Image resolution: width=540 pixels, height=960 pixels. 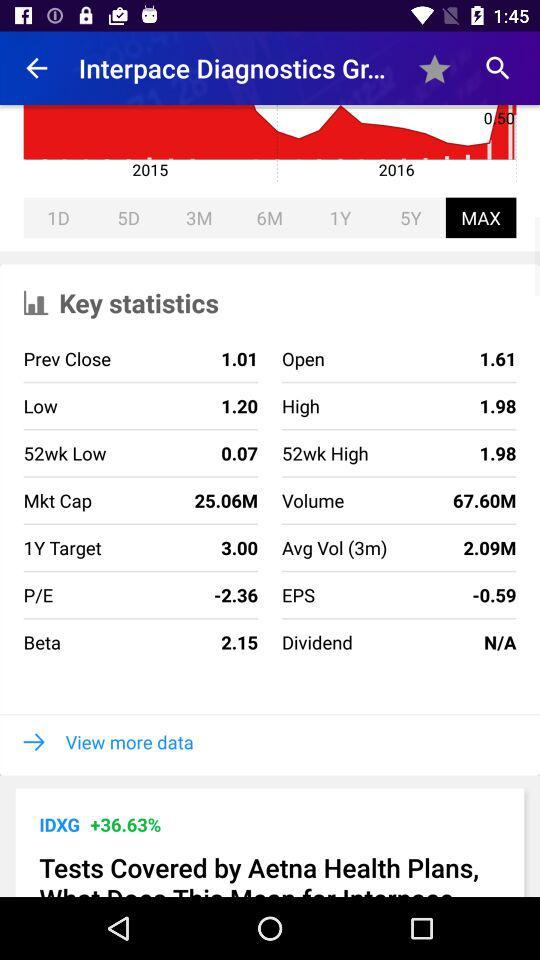 What do you see at coordinates (325, 453) in the screenshot?
I see `item to the right of 1.20` at bounding box center [325, 453].